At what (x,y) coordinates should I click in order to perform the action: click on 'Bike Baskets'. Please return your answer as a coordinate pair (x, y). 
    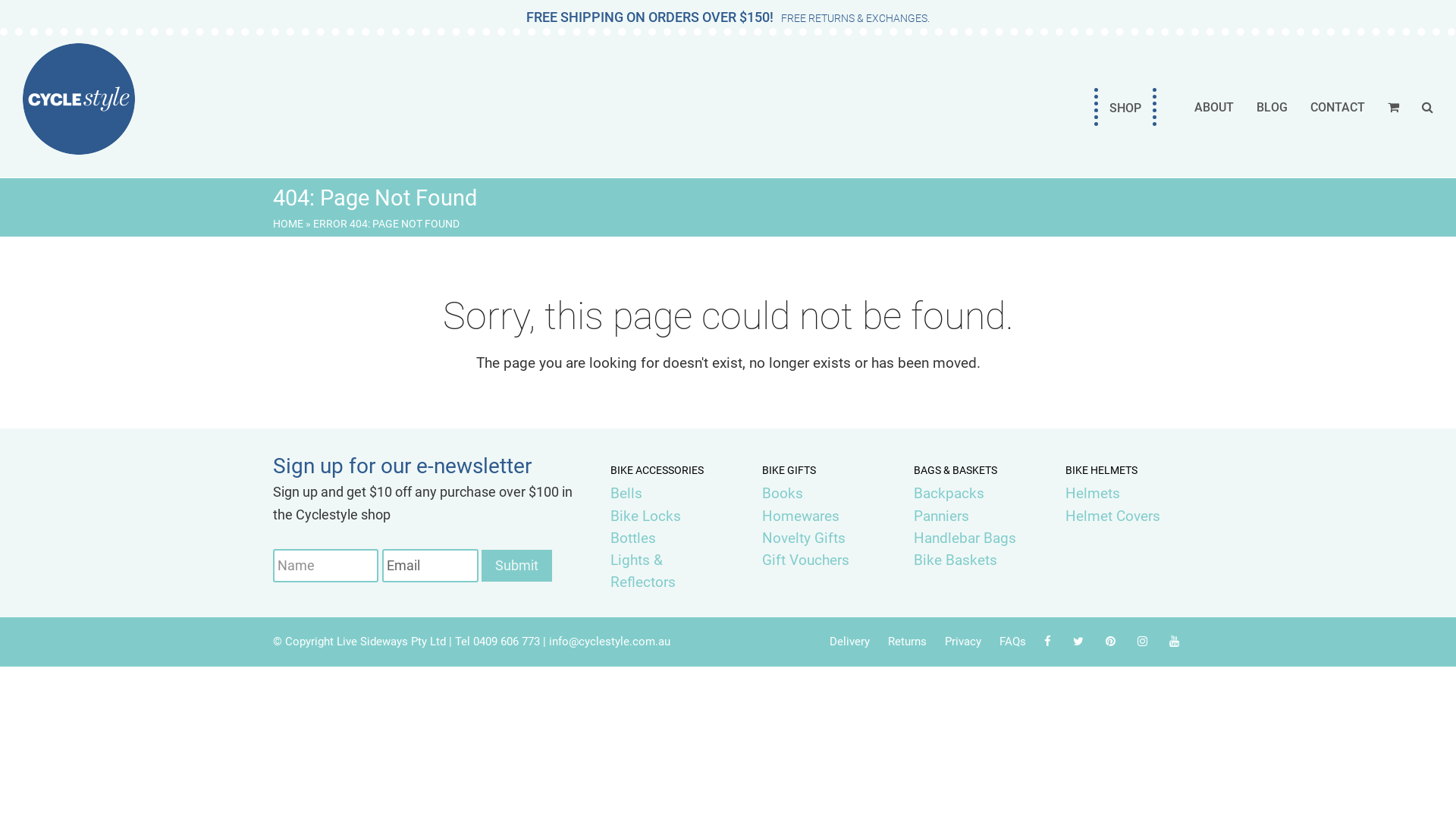
    Looking at the image, I should click on (954, 560).